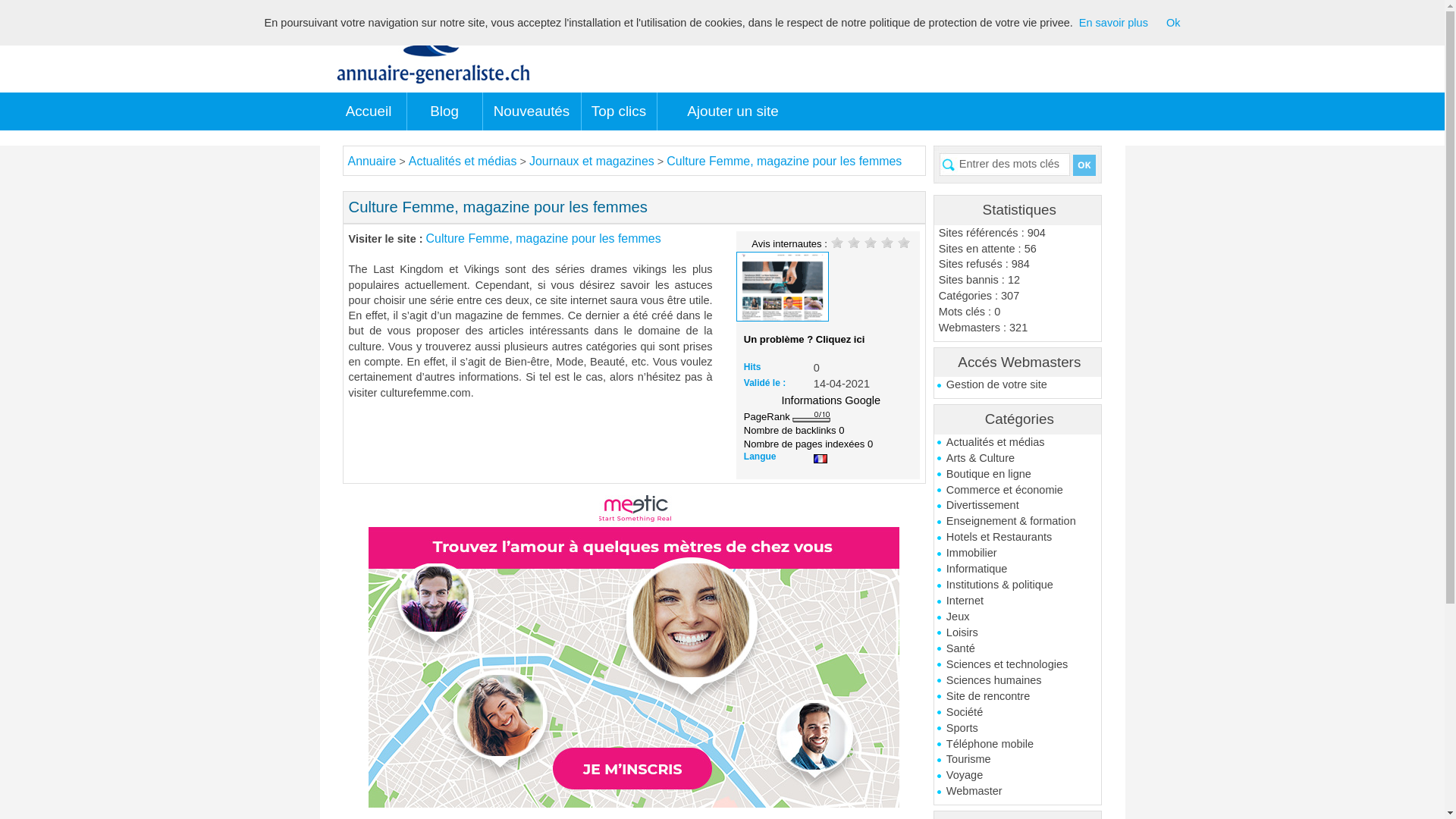 The image size is (1456, 819). What do you see at coordinates (1018, 617) in the screenshot?
I see `'Jeux'` at bounding box center [1018, 617].